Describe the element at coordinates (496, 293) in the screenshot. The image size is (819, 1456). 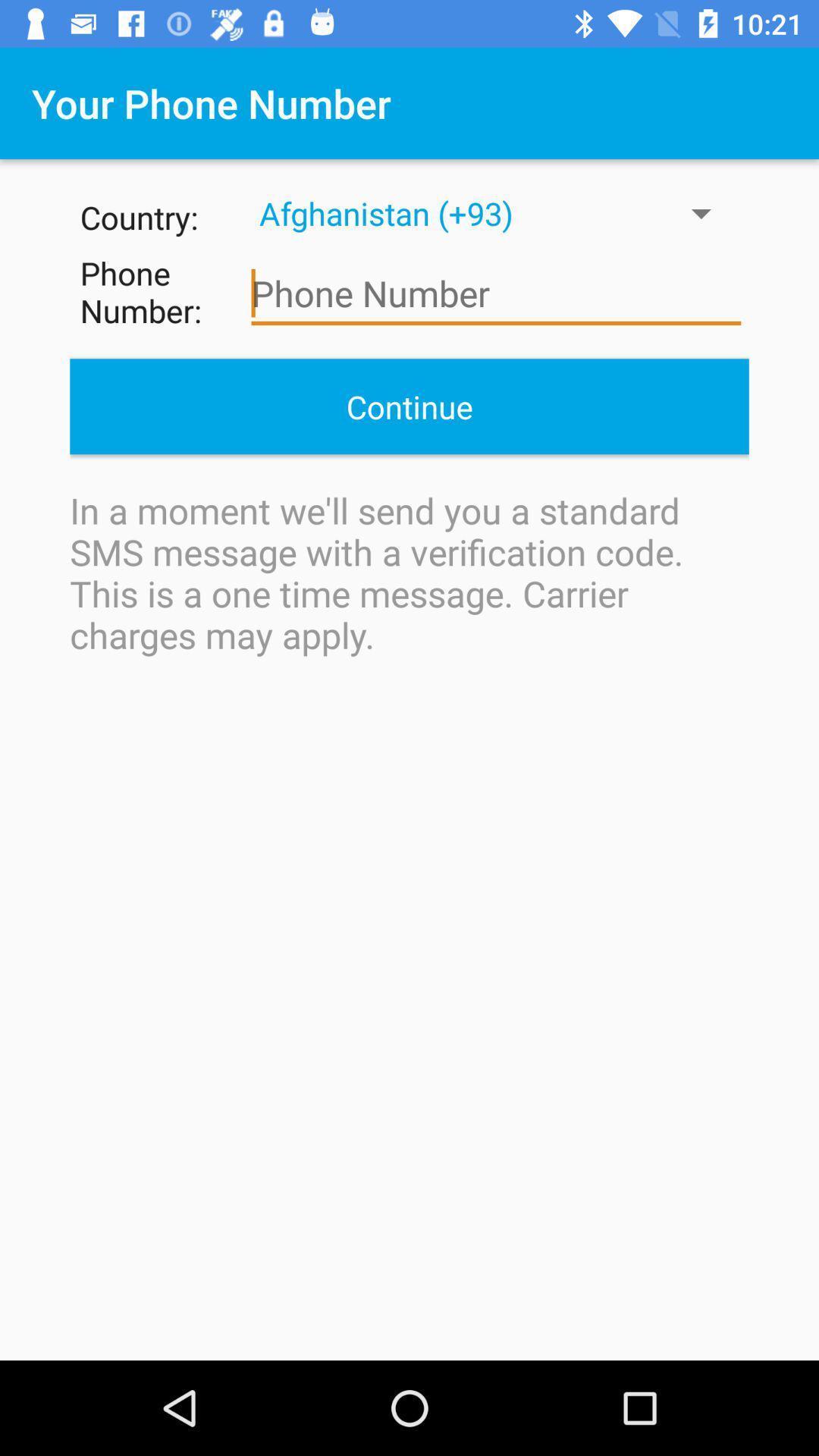
I see `phone number` at that location.